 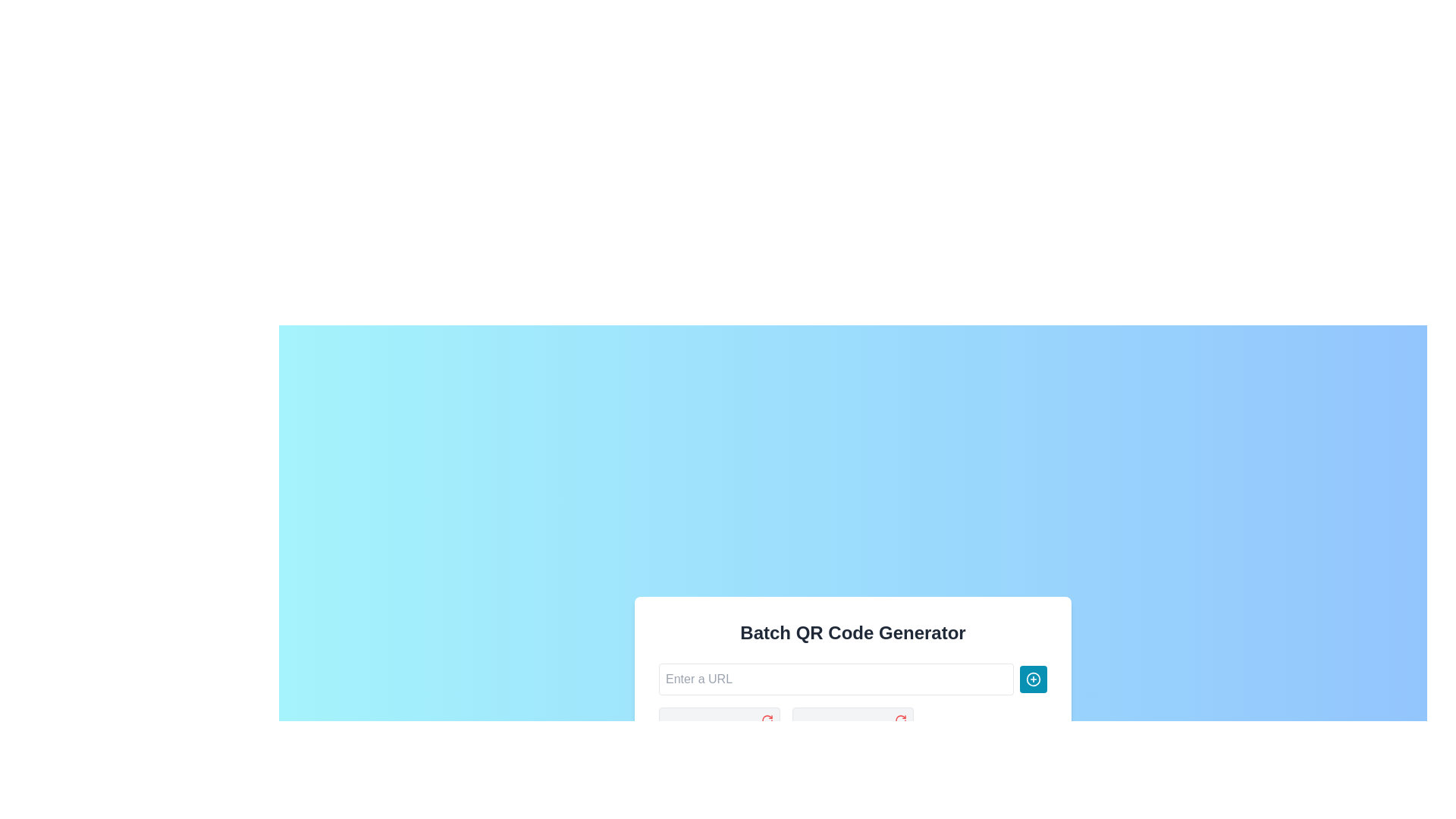 I want to click on the 'refresh' icon located at the top-right corner of the text input field, which is the first icon in a two-icon set, so click(x=767, y=719).